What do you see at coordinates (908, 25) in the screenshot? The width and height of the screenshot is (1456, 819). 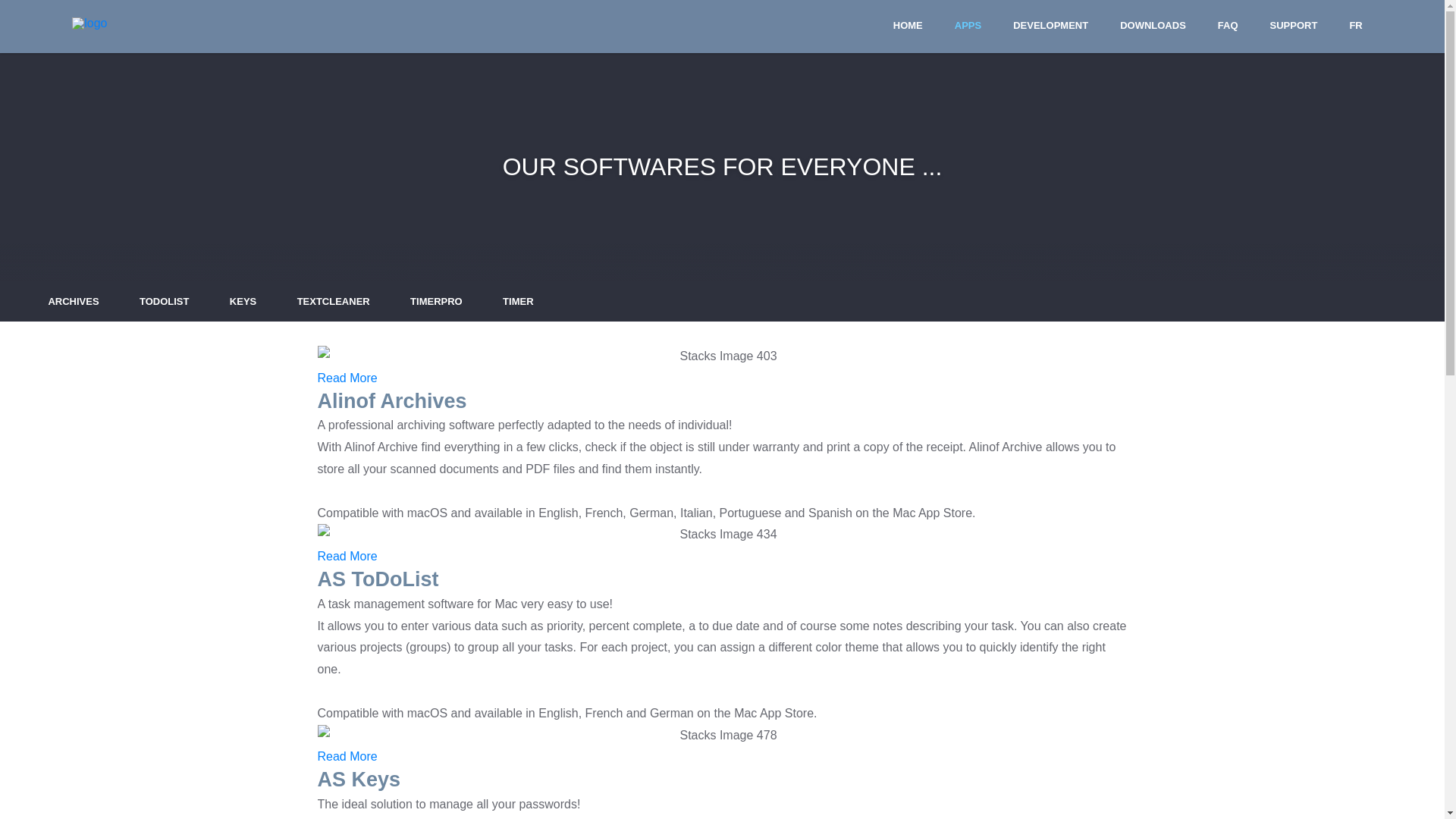 I see `'HOME'` at bounding box center [908, 25].